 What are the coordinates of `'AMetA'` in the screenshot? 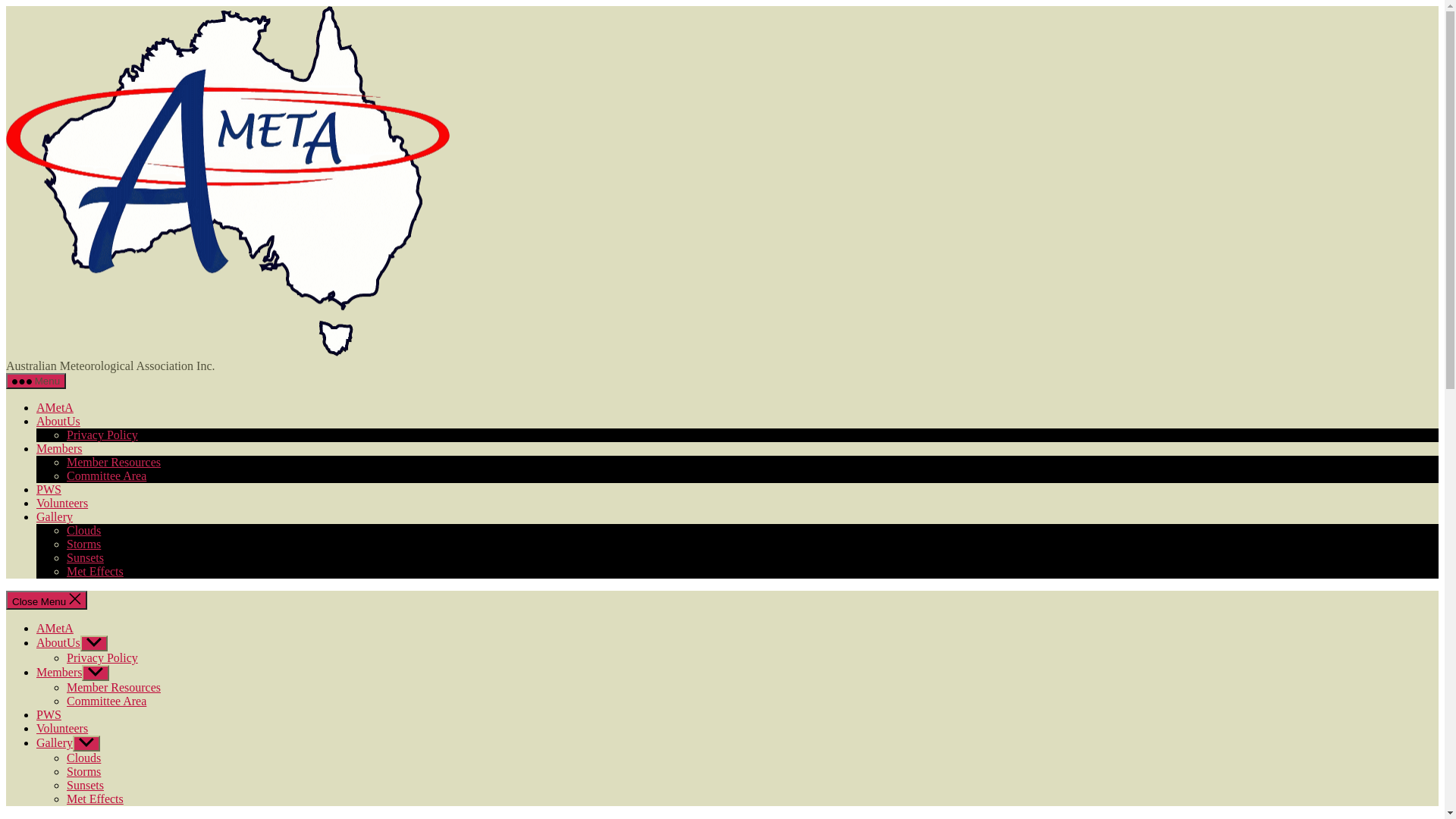 It's located at (36, 406).